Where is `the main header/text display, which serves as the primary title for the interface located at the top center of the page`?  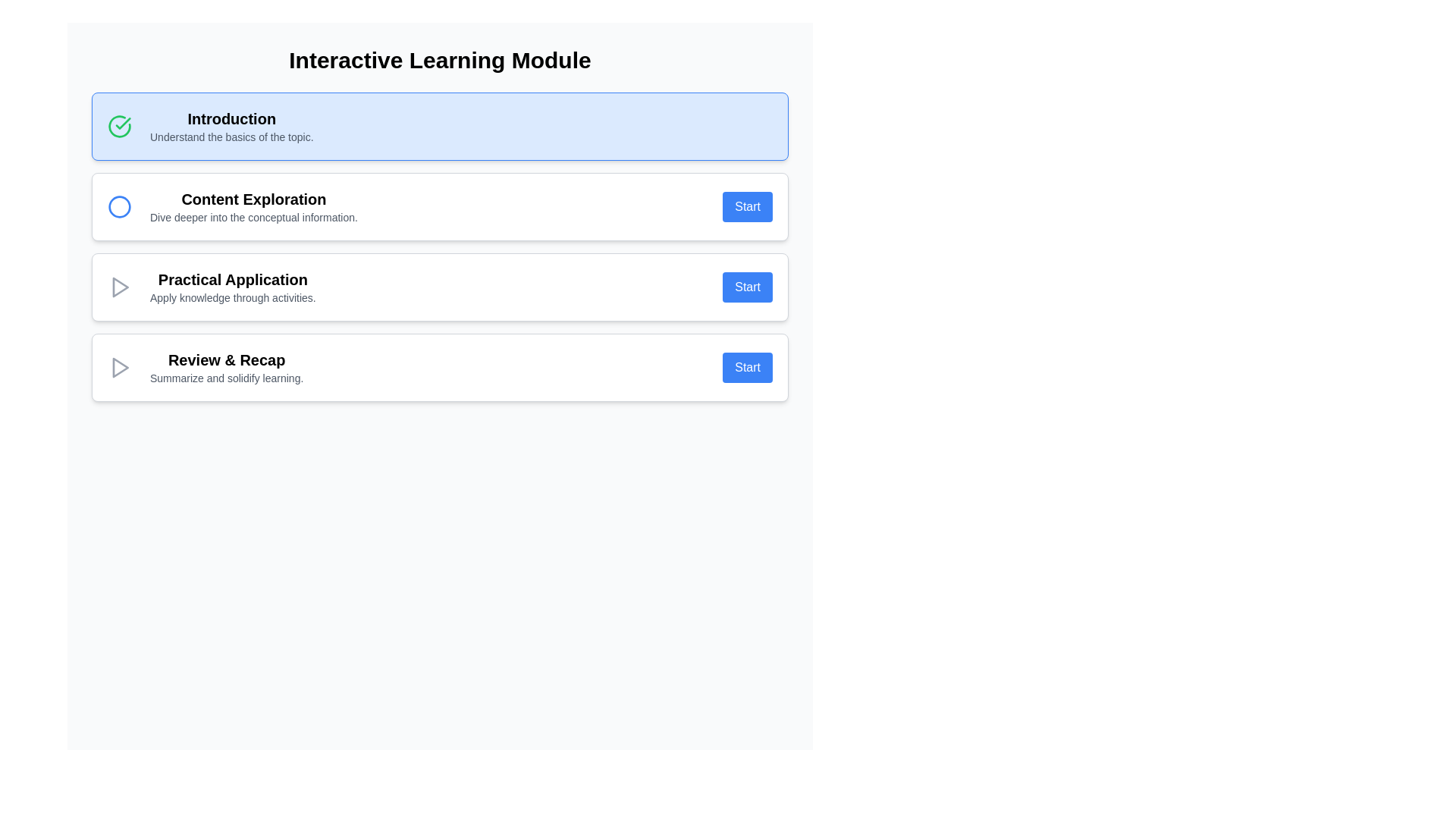
the main header/text display, which serves as the primary title for the interface located at the top center of the page is located at coordinates (439, 60).